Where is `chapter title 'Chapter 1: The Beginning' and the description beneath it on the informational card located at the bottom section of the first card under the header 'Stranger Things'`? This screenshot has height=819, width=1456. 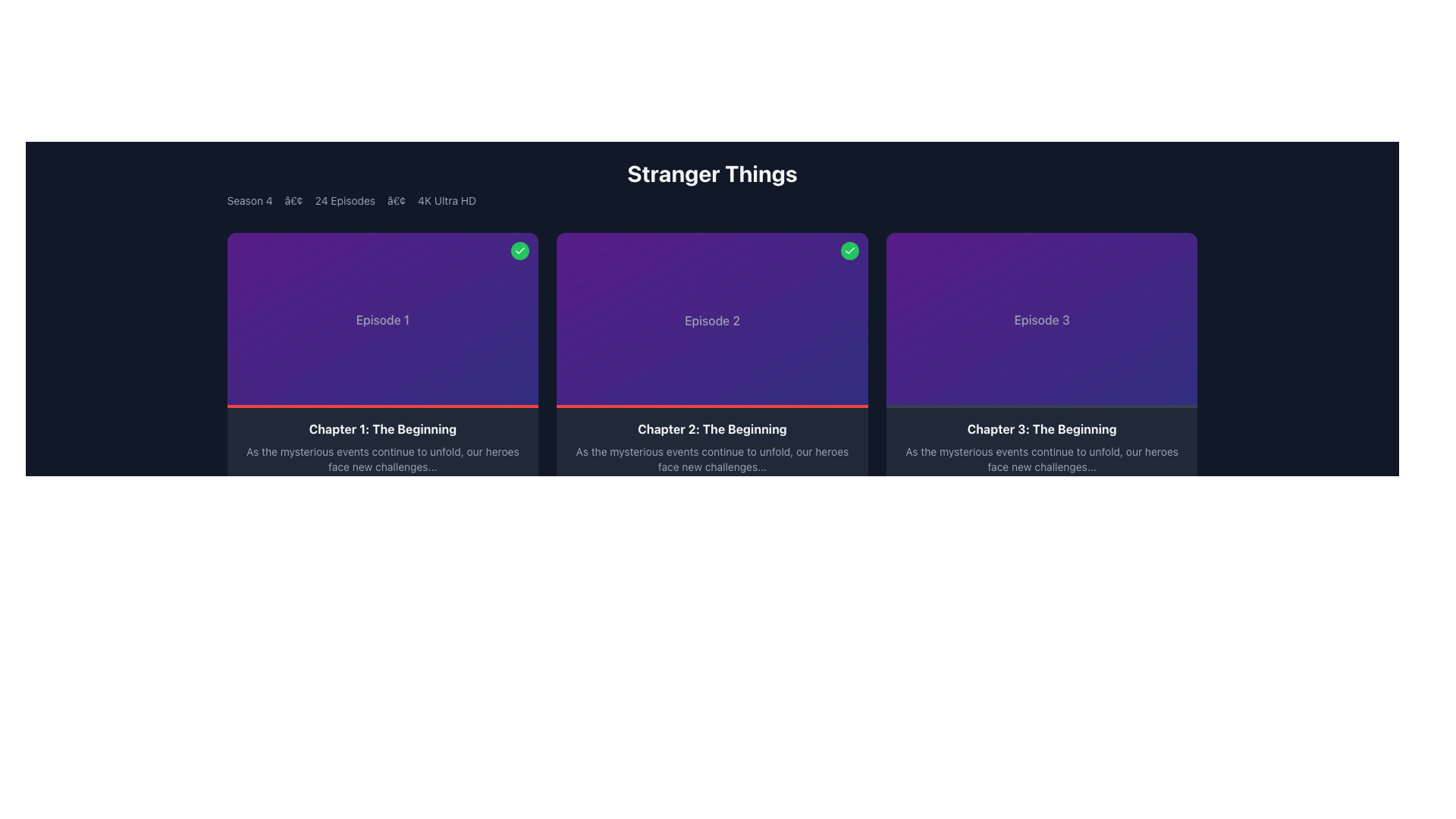
chapter title 'Chapter 1: The Beginning' and the description beneath it on the informational card located at the bottom section of the first card under the header 'Stranger Things' is located at coordinates (382, 464).